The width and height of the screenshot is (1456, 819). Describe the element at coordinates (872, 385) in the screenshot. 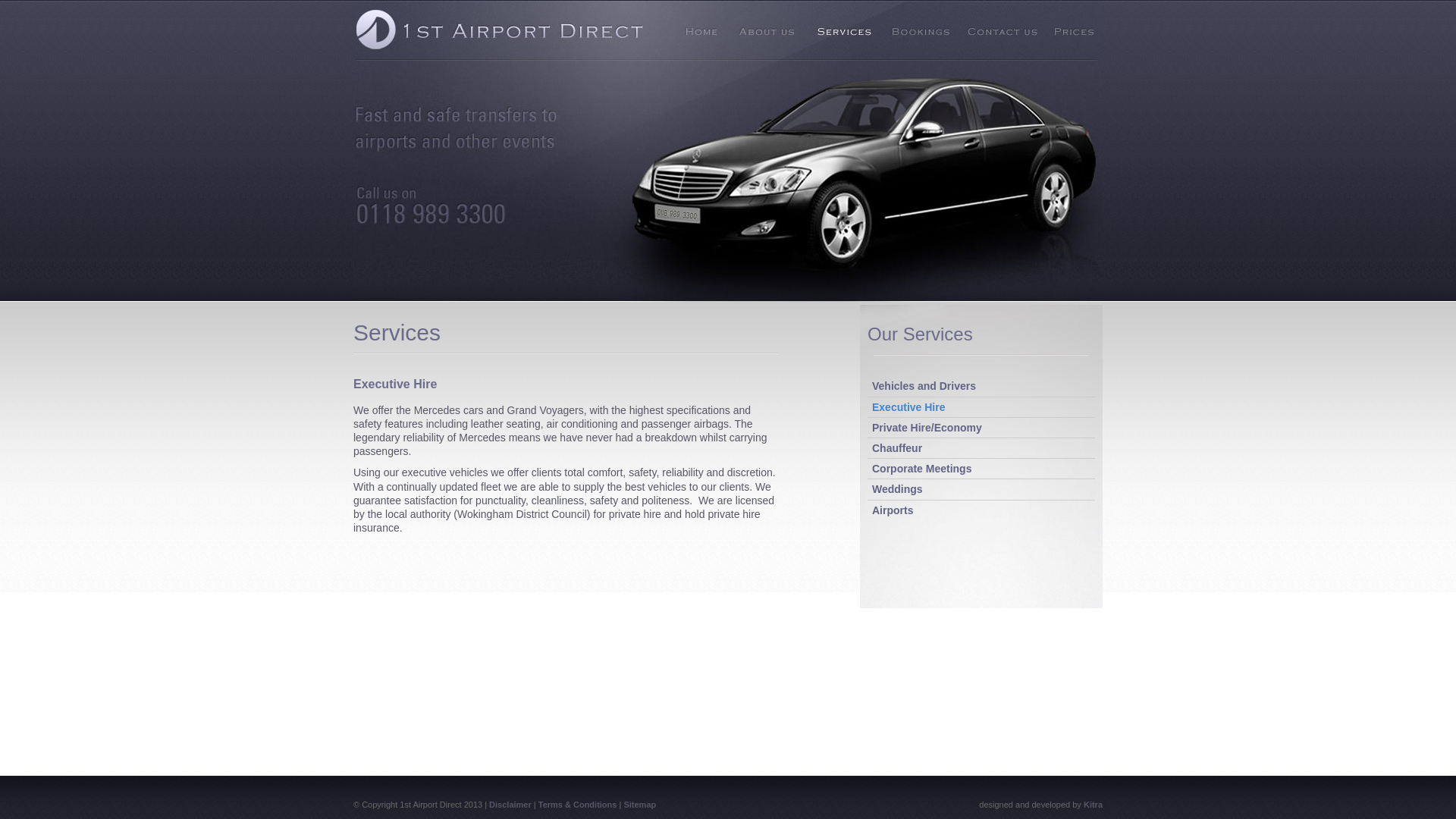

I see `'Vehicles and Drivers'` at that location.